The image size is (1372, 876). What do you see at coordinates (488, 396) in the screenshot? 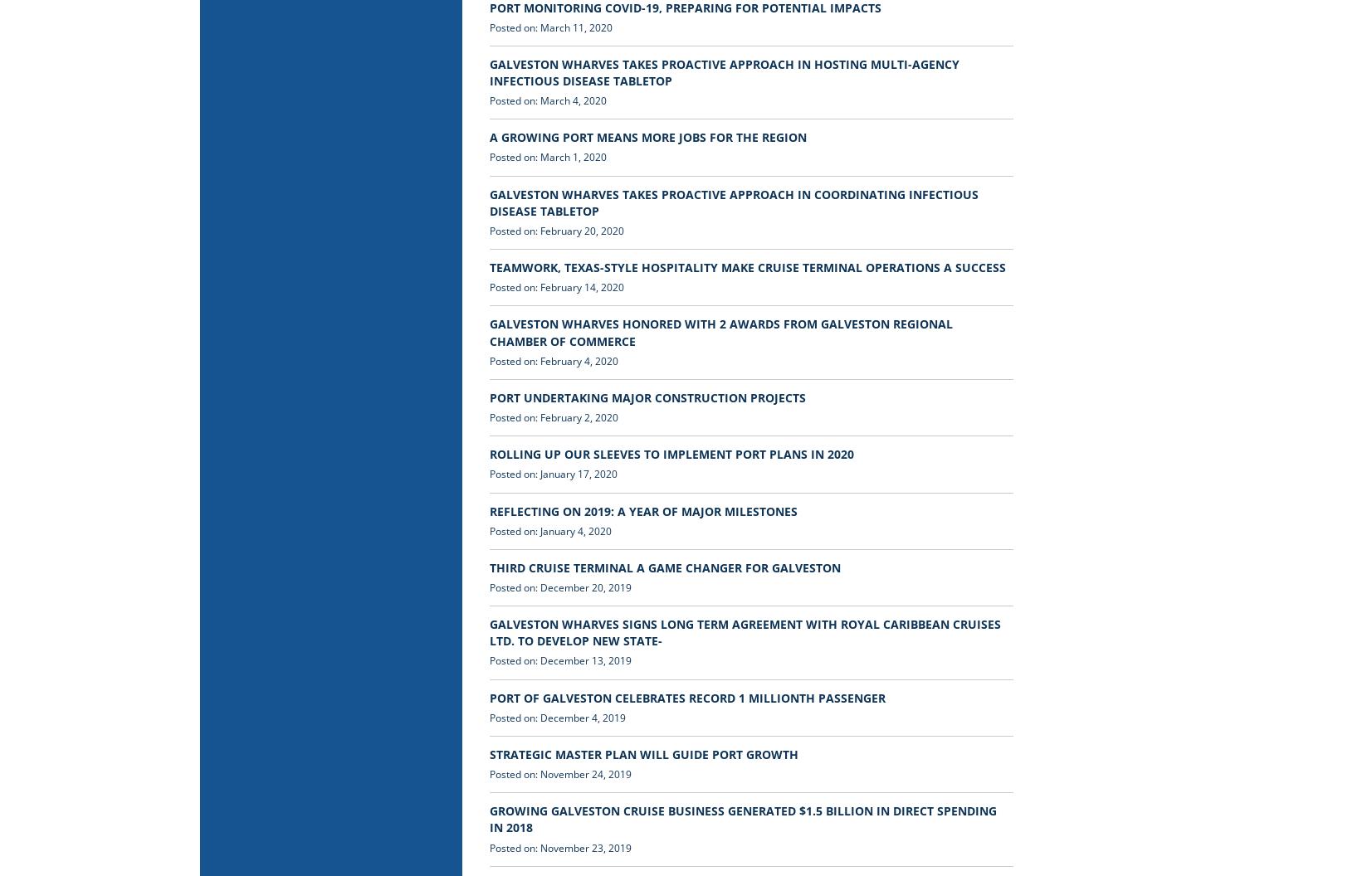
I see `'PORT UNDERTAKING MAJOR CONSTRUCTION PROJECTS'` at bounding box center [488, 396].